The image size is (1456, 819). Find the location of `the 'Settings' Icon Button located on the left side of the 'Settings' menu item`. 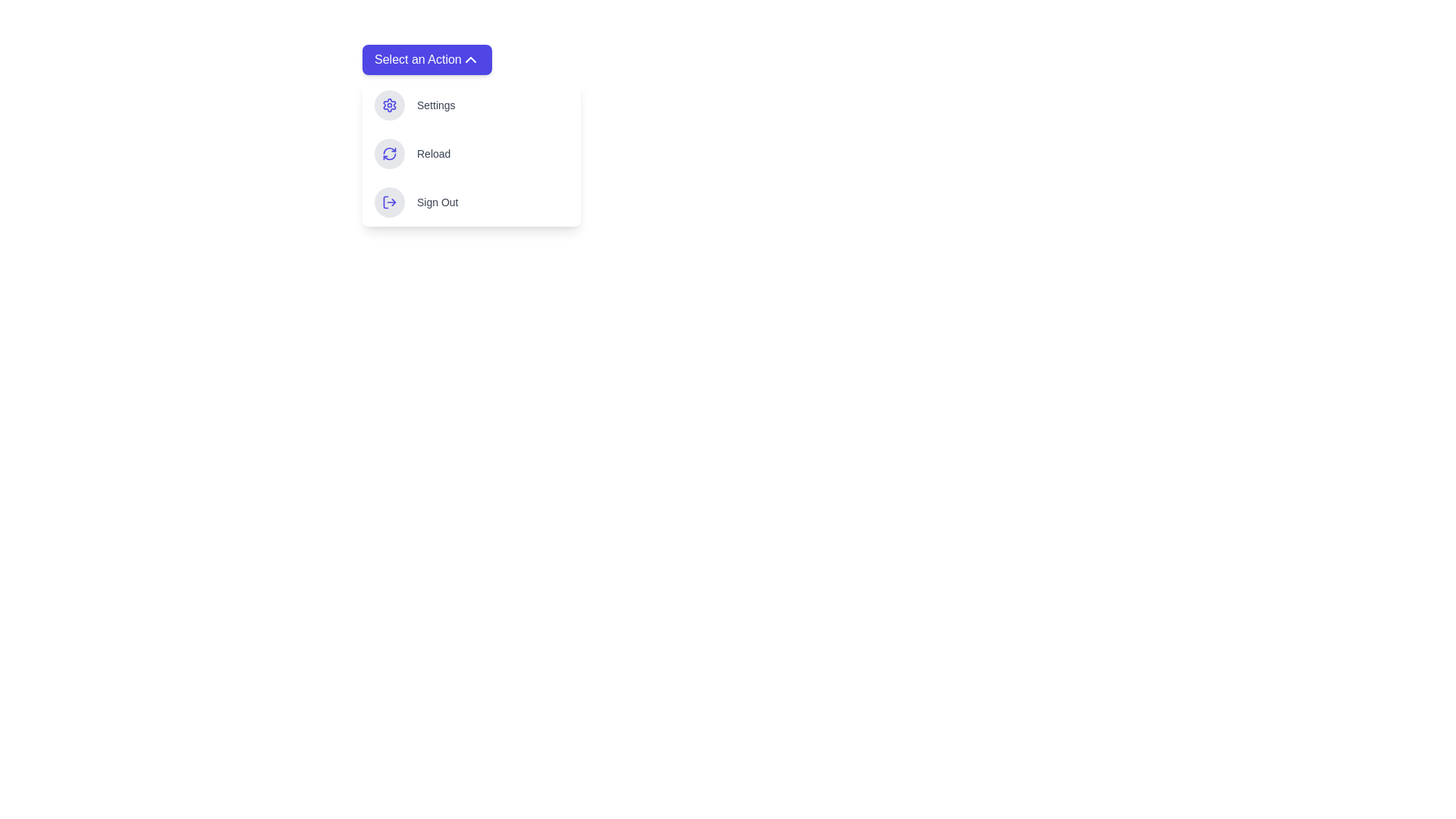

the 'Settings' Icon Button located on the left side of the 'Settings' menu item is located at coordinates (389, 104).